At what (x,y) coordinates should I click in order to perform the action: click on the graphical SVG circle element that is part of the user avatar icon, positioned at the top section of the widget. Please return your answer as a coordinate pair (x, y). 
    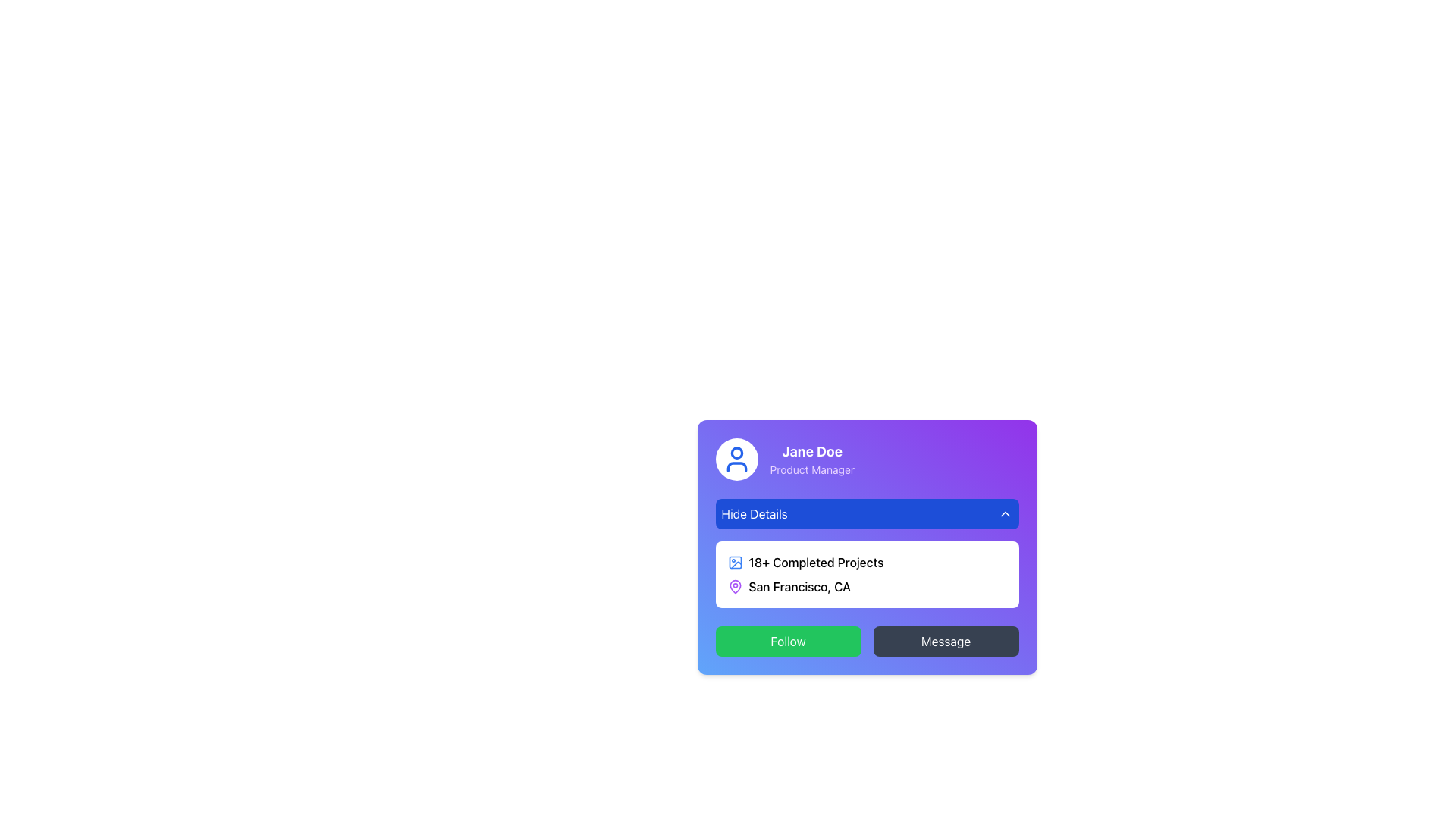
    Looking at the image, I should click on (736, 452).